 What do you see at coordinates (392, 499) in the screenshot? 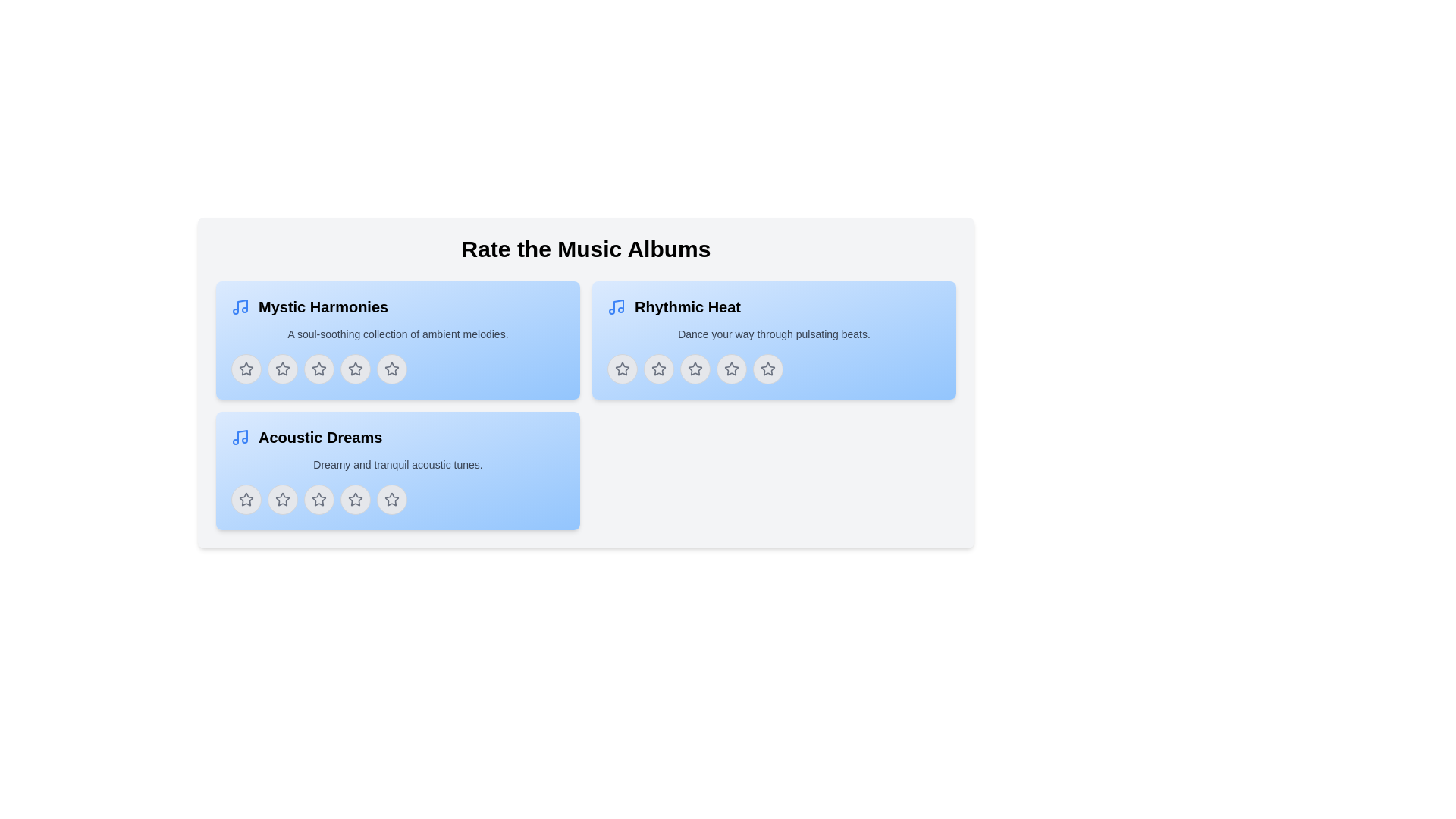
I see `the fifth star icon` at bounding box center [392, 499].